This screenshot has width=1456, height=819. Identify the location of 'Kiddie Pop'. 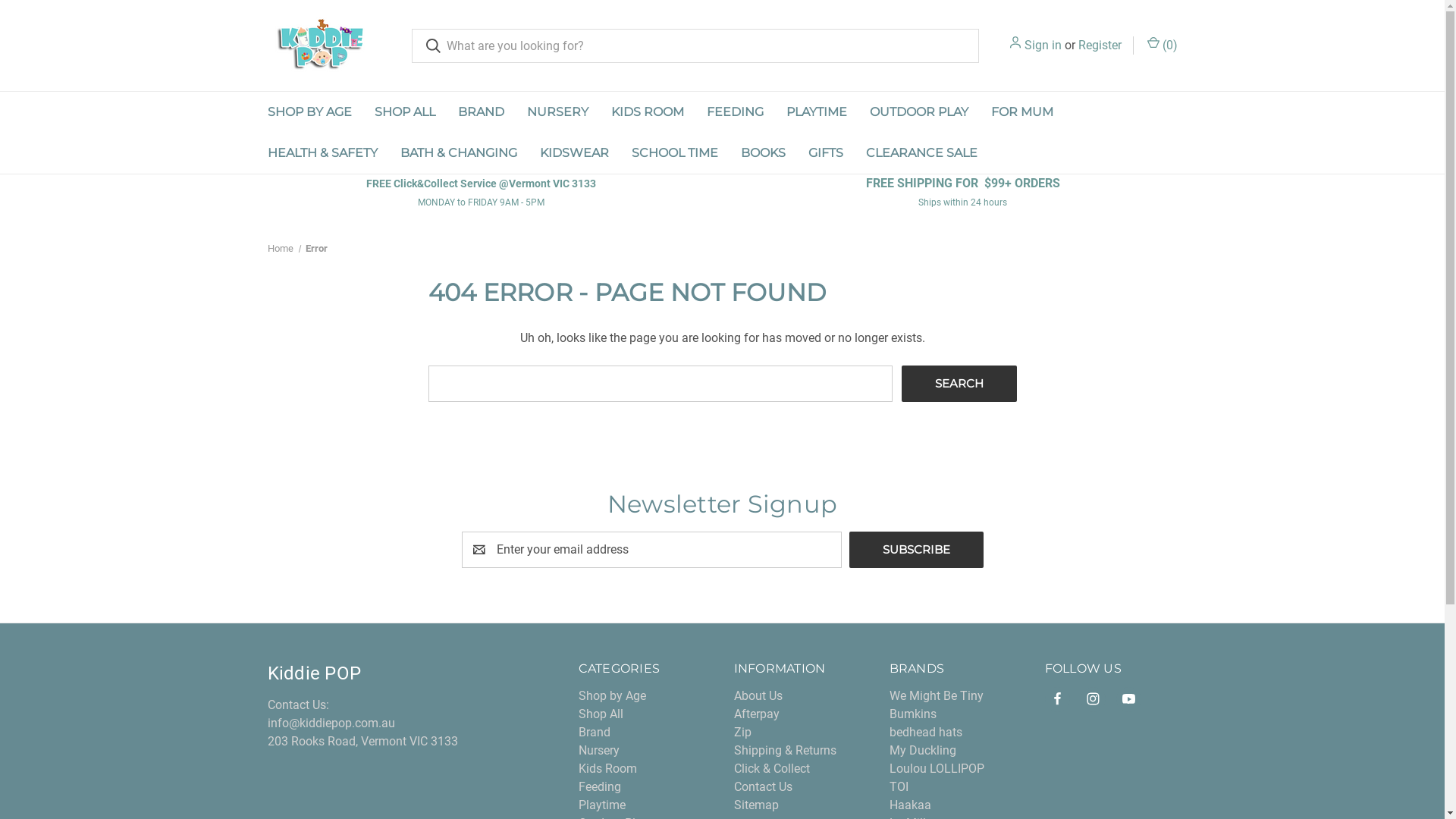
(266, 45).